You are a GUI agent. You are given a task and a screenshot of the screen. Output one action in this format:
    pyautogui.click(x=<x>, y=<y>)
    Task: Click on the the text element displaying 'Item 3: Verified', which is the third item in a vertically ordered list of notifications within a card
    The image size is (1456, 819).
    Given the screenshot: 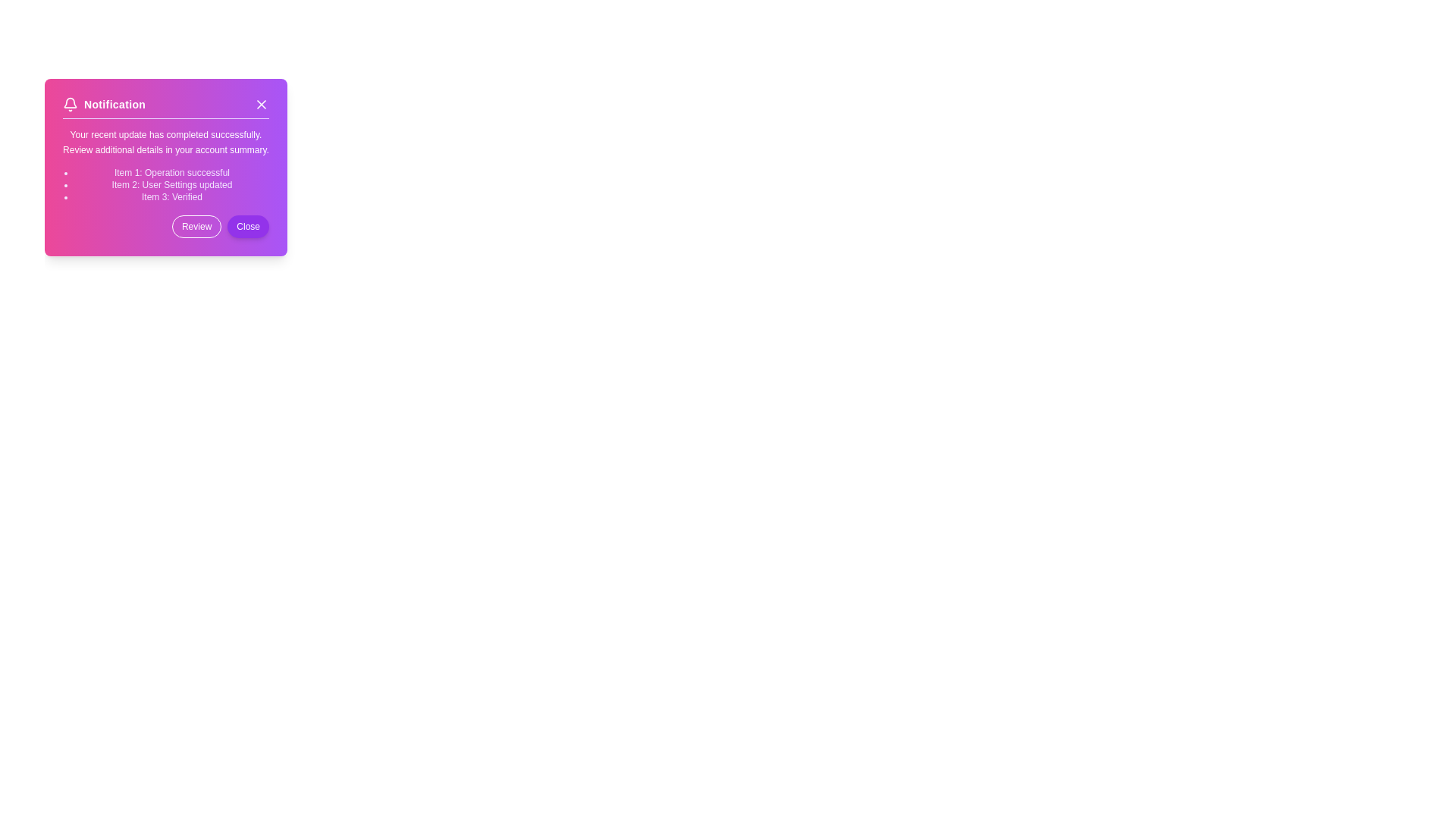 What is the action you would take?
    pyautogui.click(x=171, y=196)
    